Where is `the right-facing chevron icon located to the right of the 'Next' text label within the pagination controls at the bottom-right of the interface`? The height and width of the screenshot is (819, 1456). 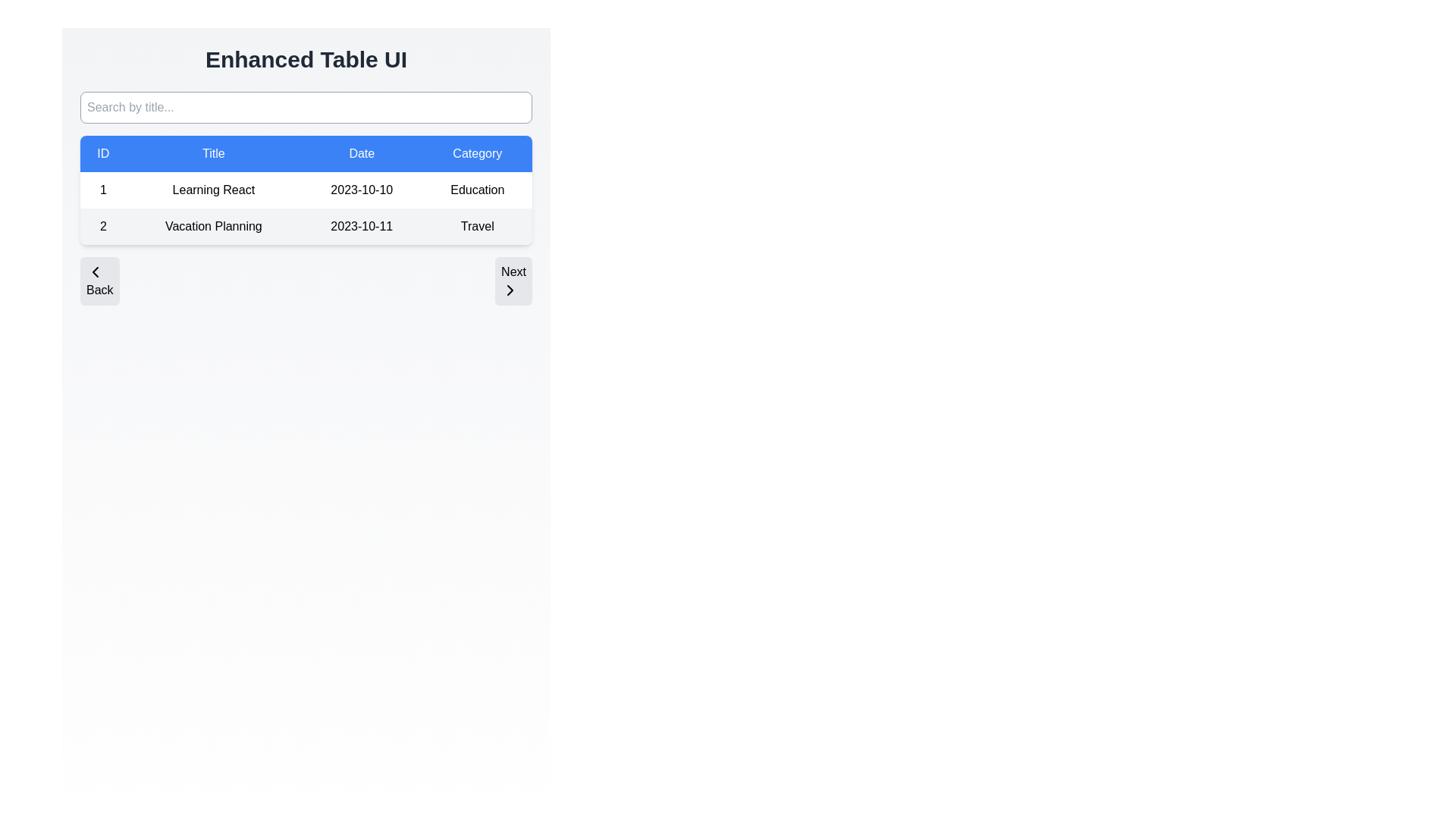 the right-facing chevron icon located to the right of the 'Next' text label within the pagination controls at the bottom-right of the interface is located at coordinates (510, 290).